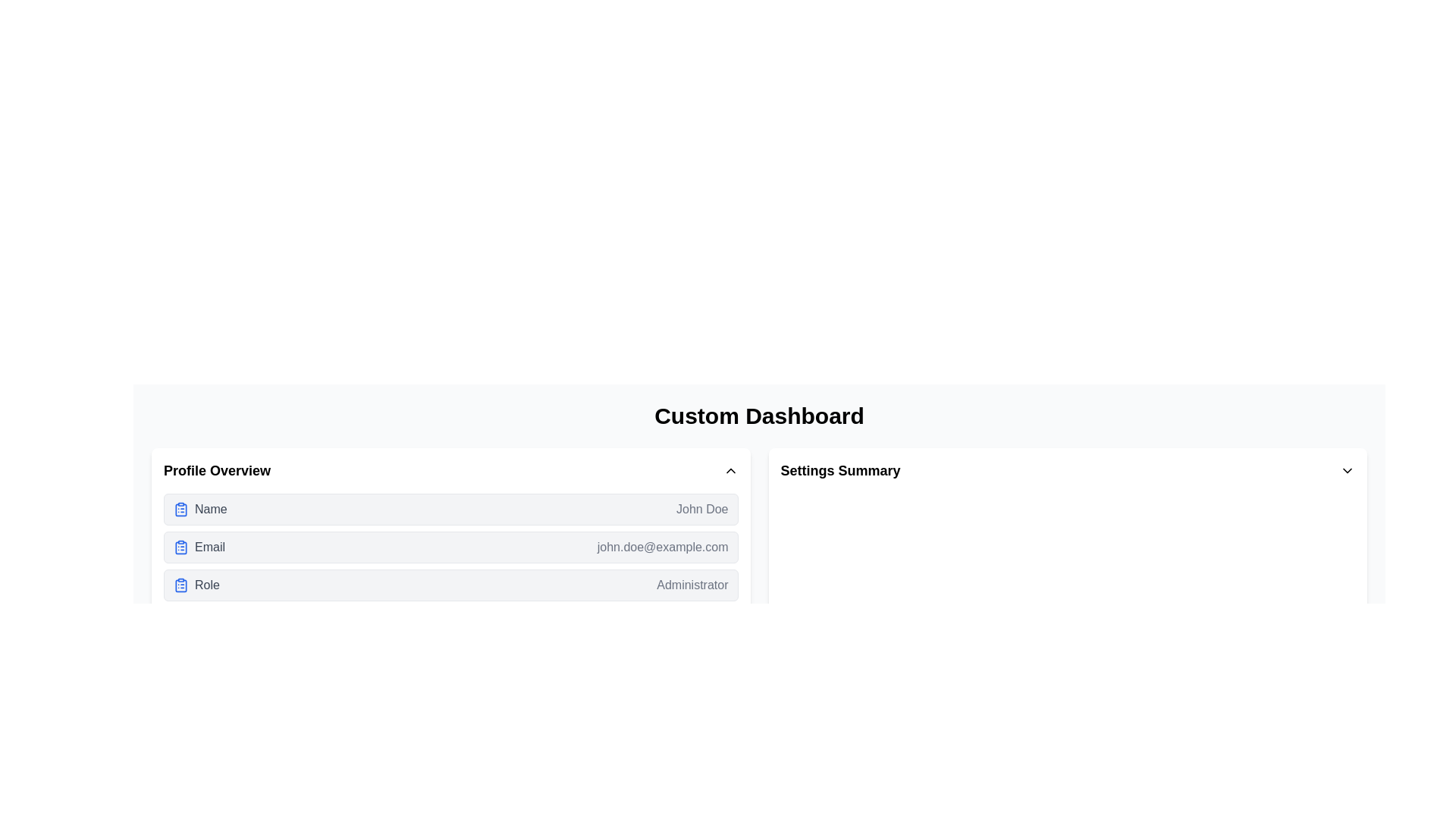 This screenshot has height=819, width=1456. I want to click on the icon that indicates the type or category of information presented near the 'Role' text in the third row of the 'Profile Overview' section, so click(181, 584).